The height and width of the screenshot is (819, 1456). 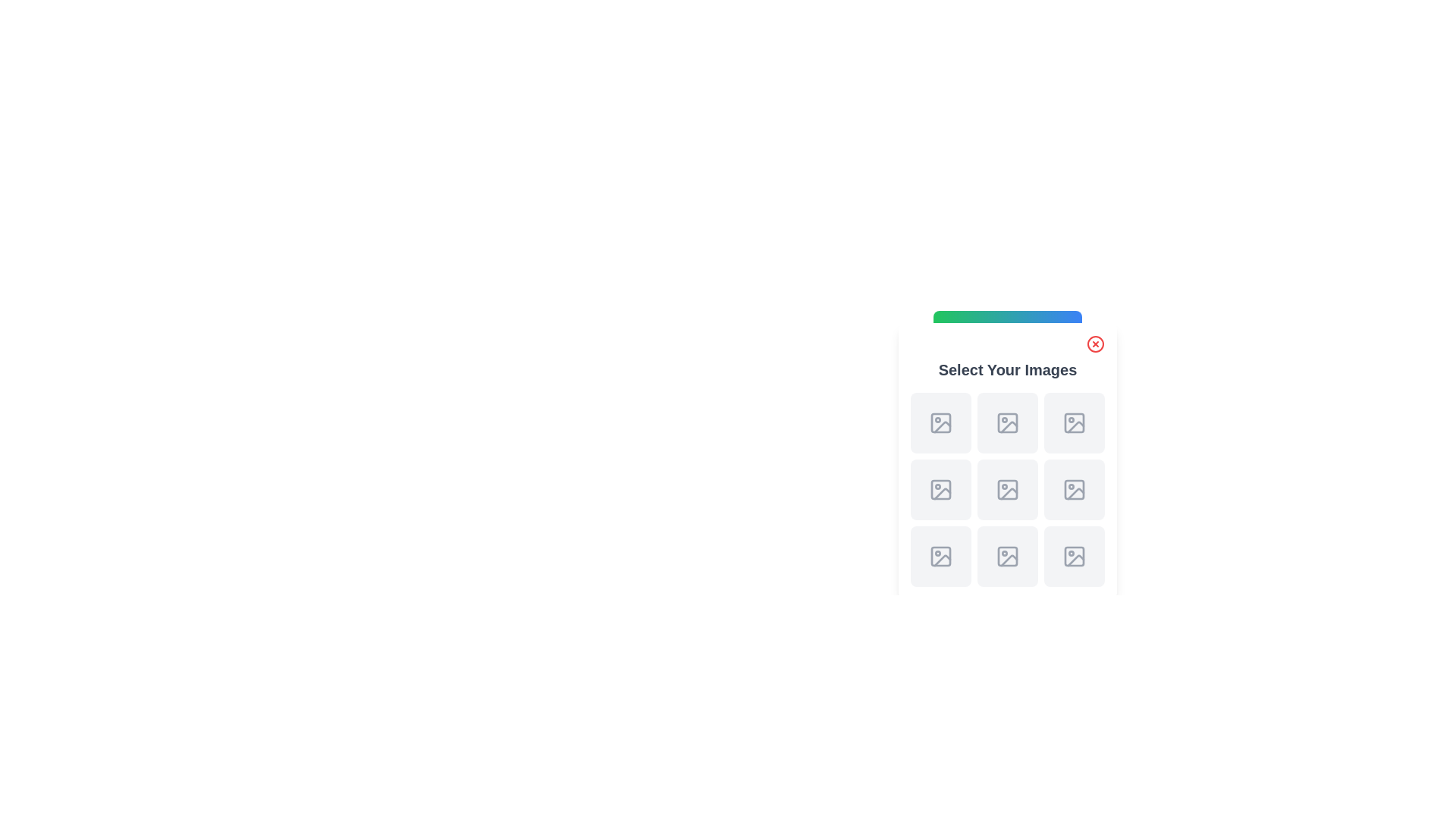 I want to click on the Background Frame located in the first row and second column of the image placeholders grid beneath the 'Select Your Images' header, so click(x=1008, y=423).